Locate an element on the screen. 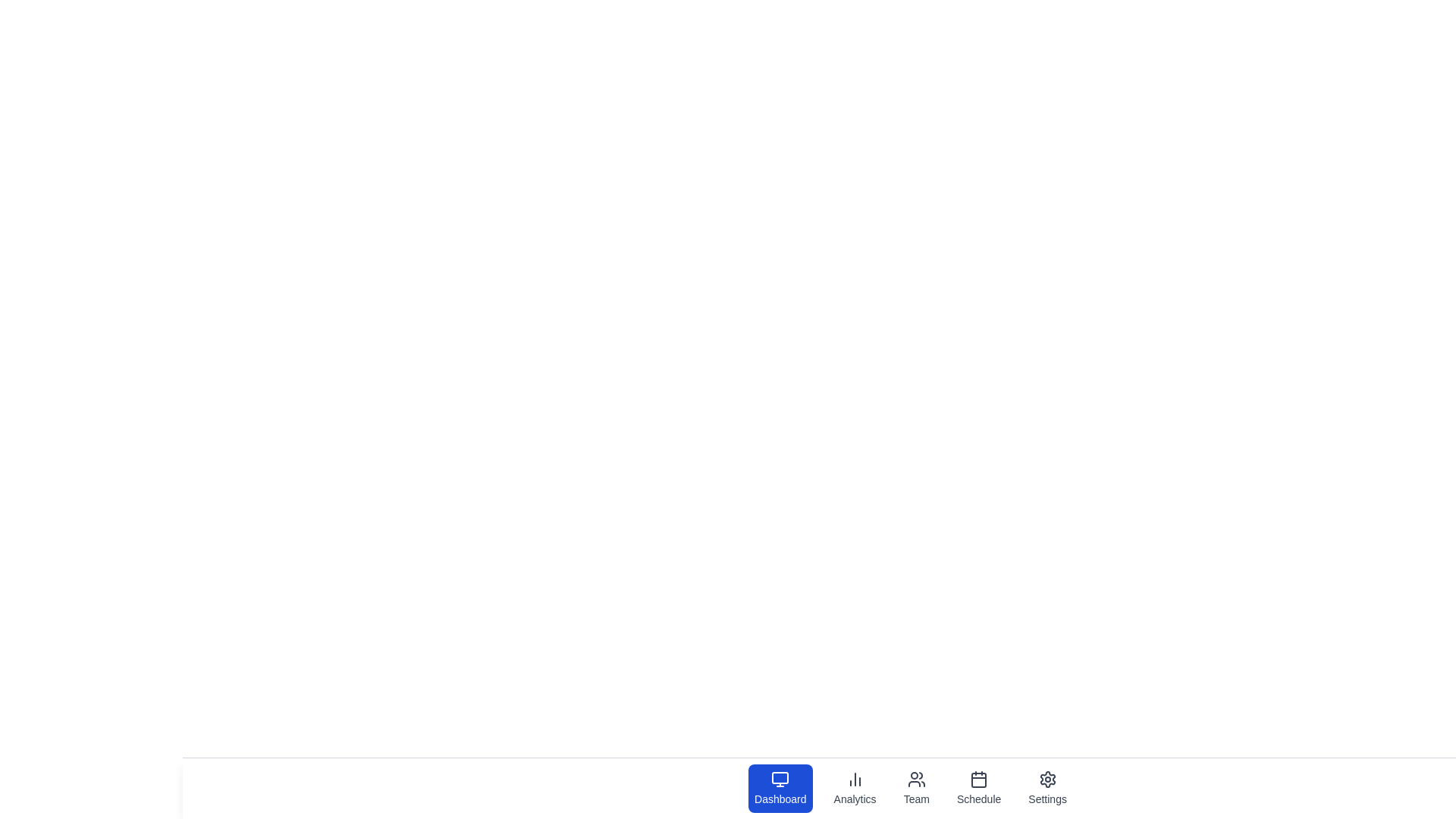 This screenshot has width=1456, height=819. the tab icon corresponding to Analytics is located at coordinates (855, 788).